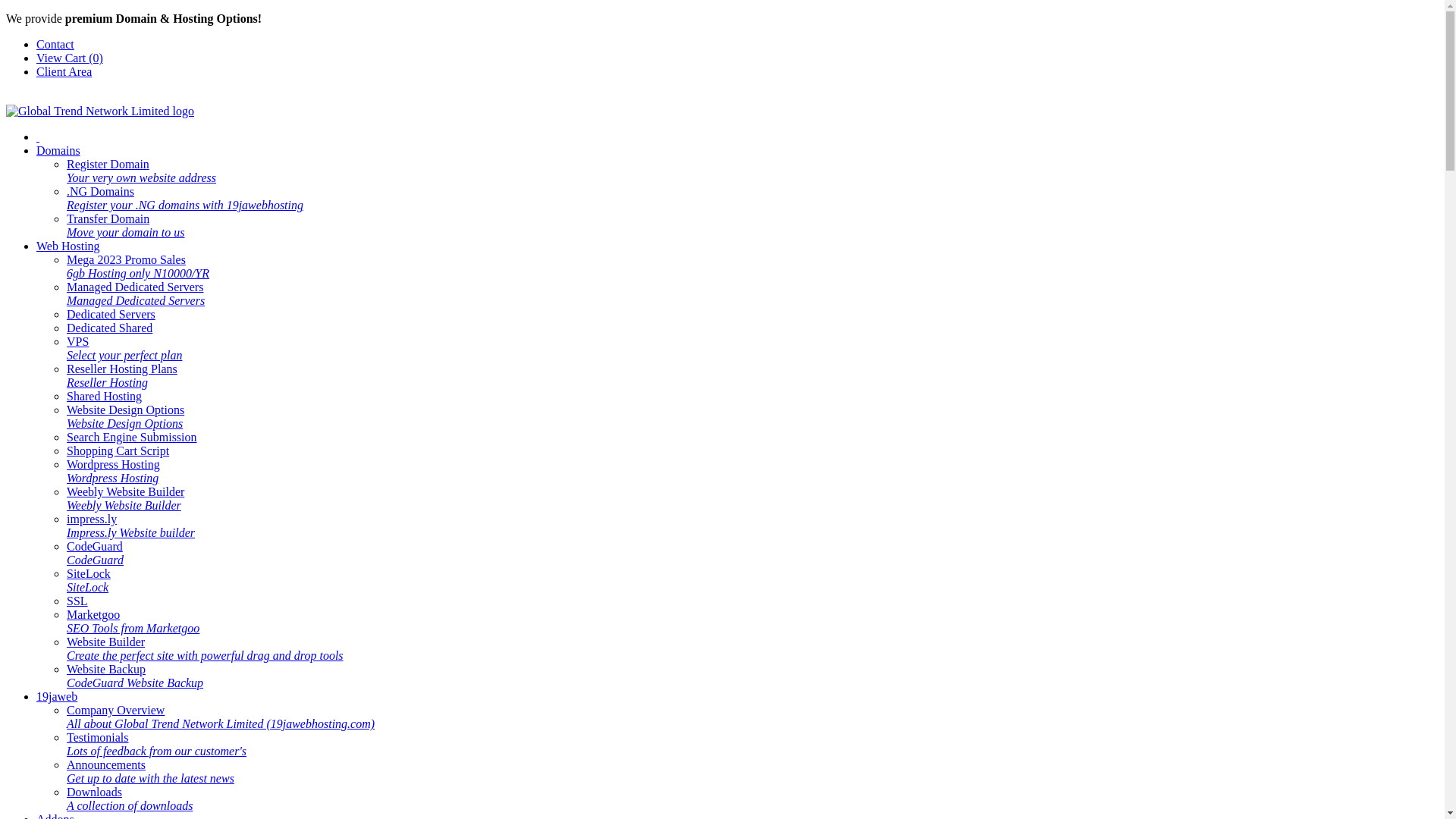 The image size is (1456, 819). Describe the element at coordinates (63, 71) in the screenshot. I see `'Client Area'` at that location.